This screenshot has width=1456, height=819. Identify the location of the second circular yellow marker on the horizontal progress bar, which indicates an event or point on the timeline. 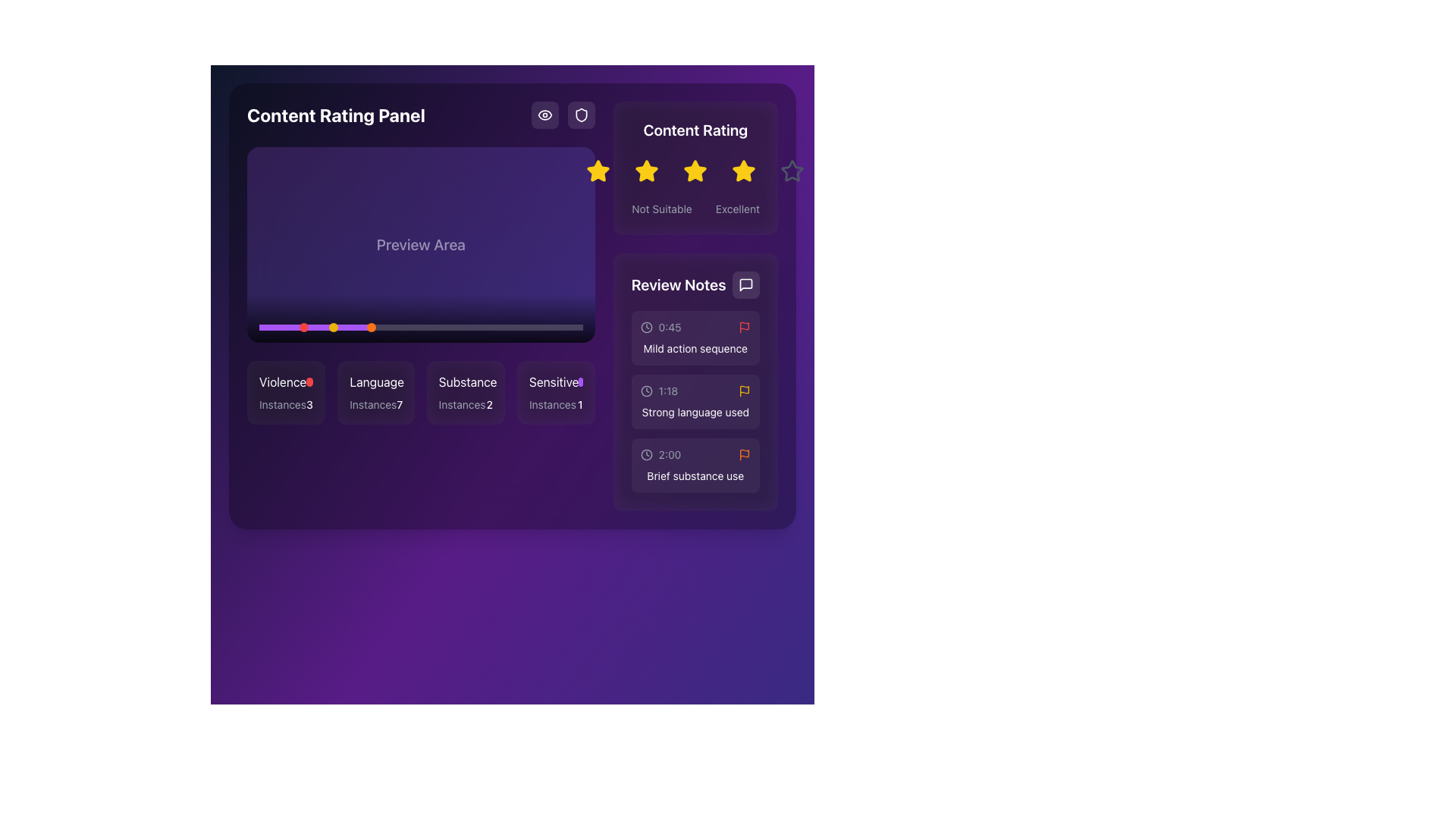
(333, 327).